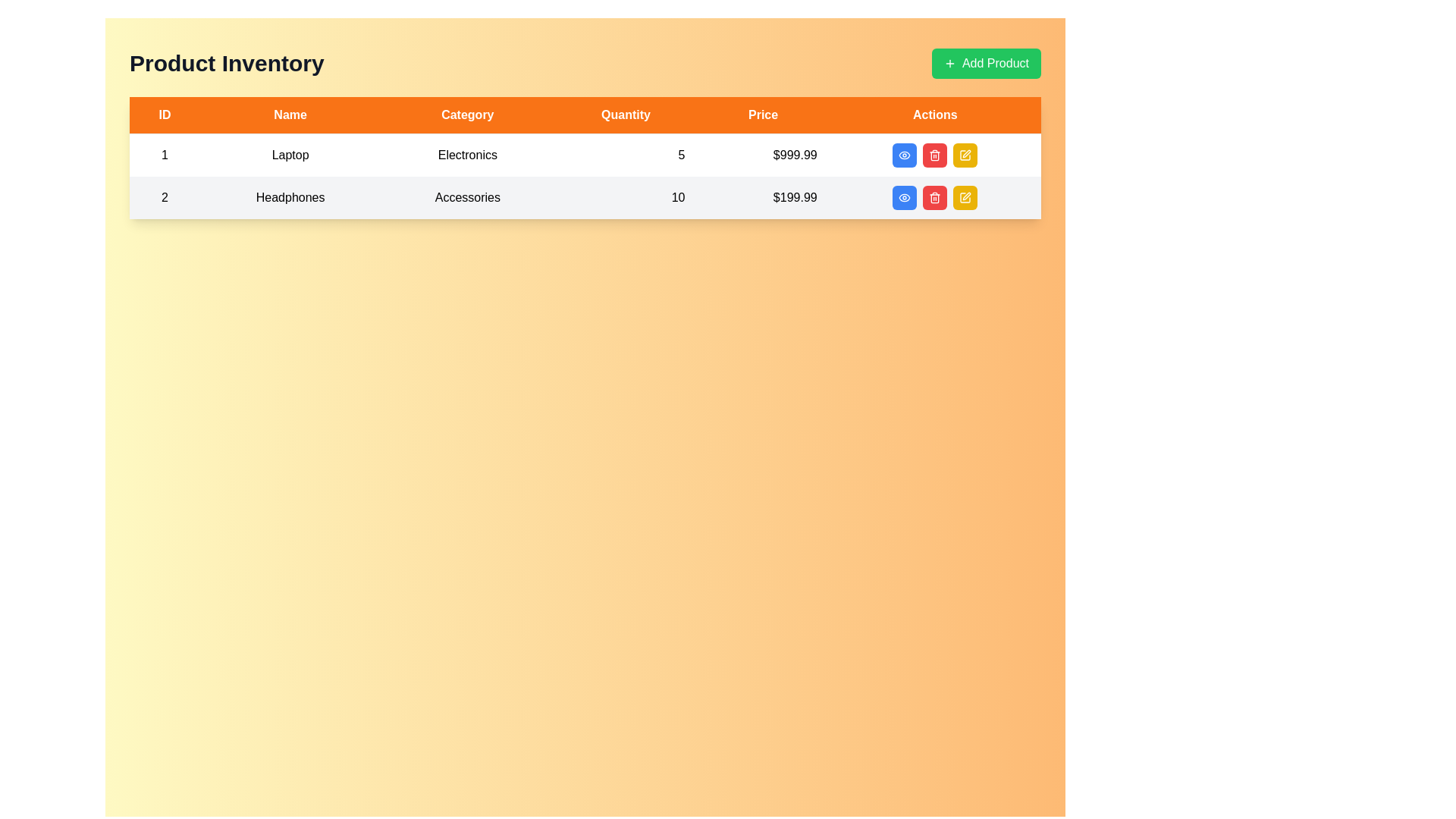 The image size is (1456, 819). What do you see at coordinates (934, 197) in the screenshot?
I see `the group of action buttons in the 'Actions' column of the second row of the product inventory table for the 'Headphones' product` at bounding box center [934, 197].